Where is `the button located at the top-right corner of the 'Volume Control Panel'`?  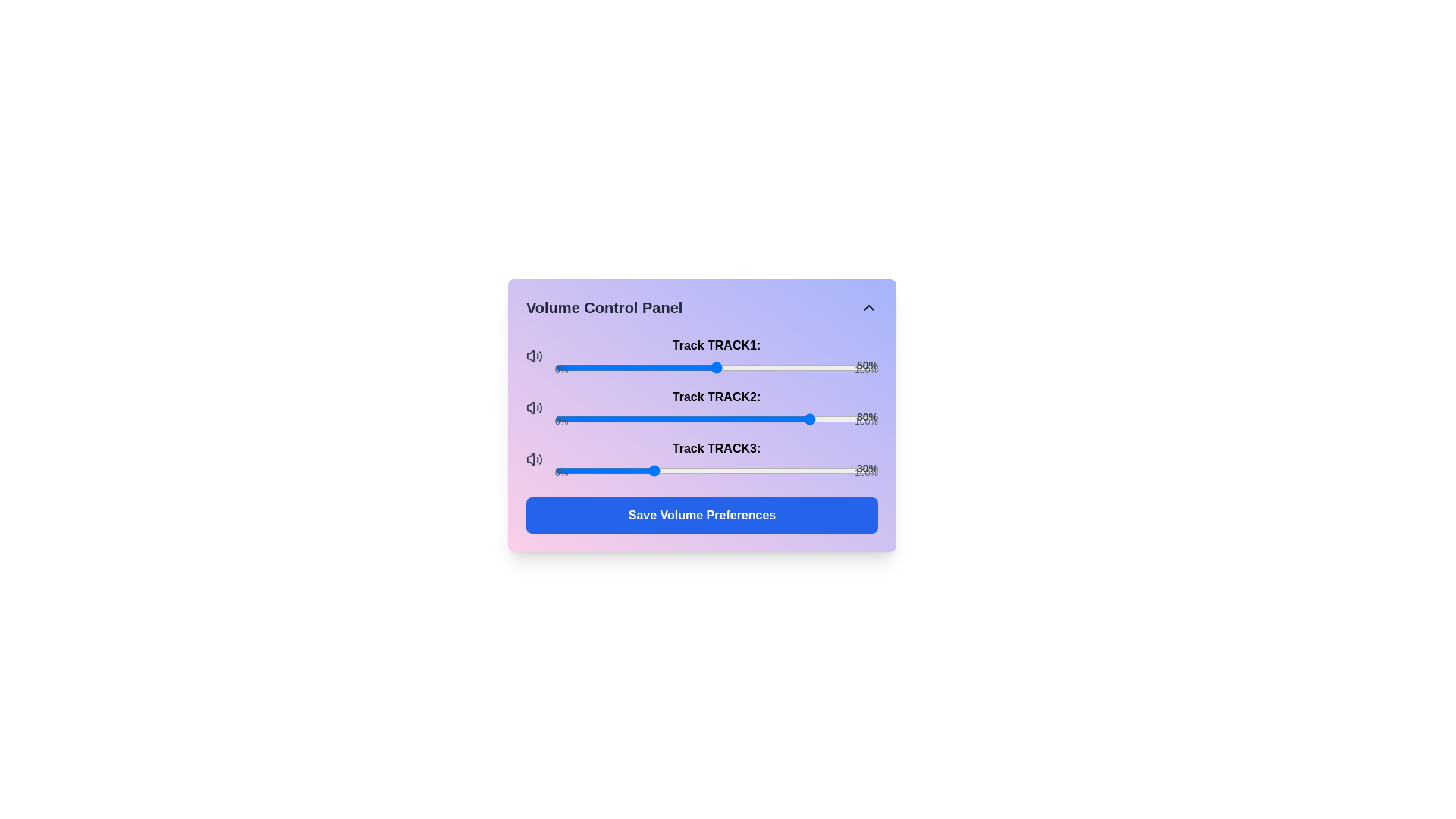 the button located at the top-right corner of the 'Volume Control Panel' is located at coordinates (869, 307).